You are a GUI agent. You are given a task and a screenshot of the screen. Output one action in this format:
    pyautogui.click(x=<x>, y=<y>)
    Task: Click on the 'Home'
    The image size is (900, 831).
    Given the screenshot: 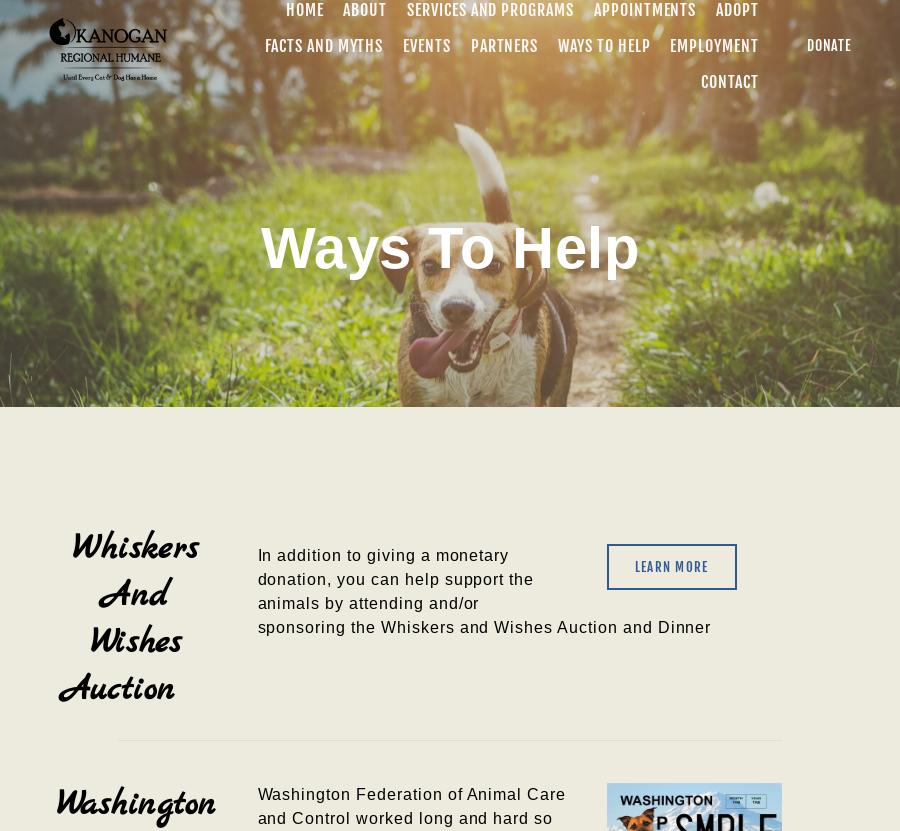 What is the action you would take?
    pyautogui.click(x=303, y=9)
    